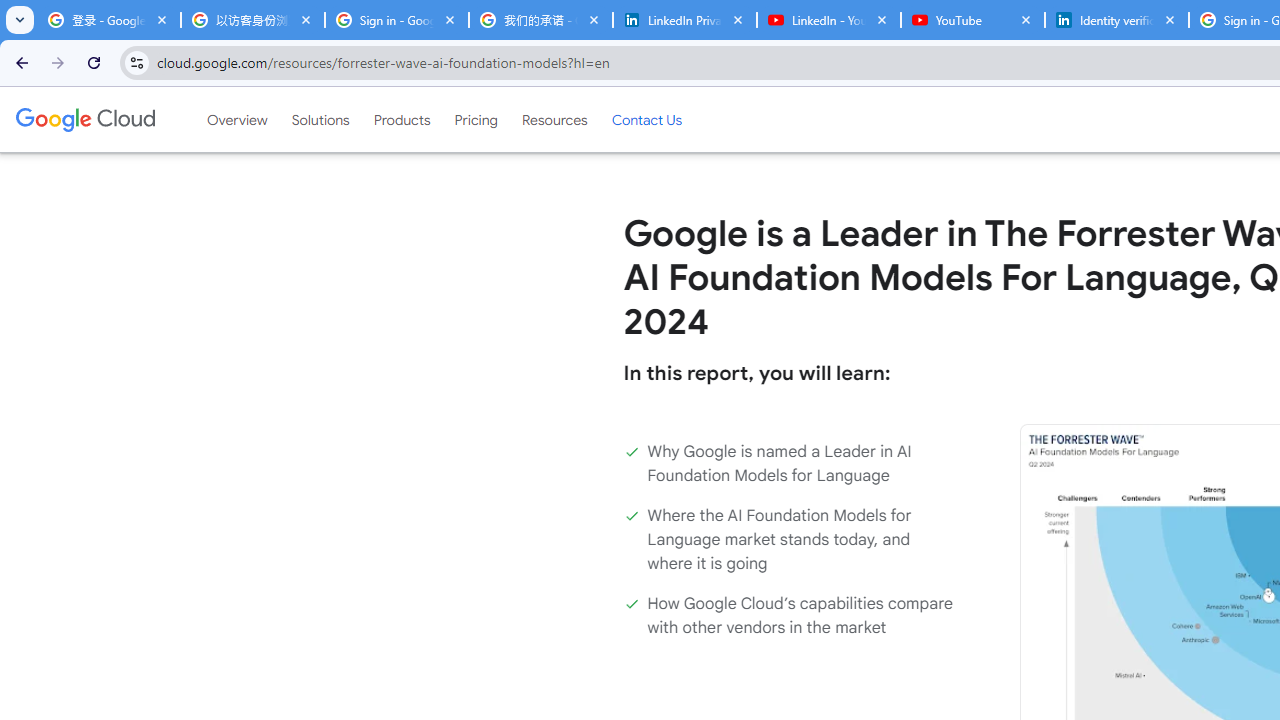  Describe the element at coordinates (320, 119) in the screenshot. I see `'Solutions'` at that location.